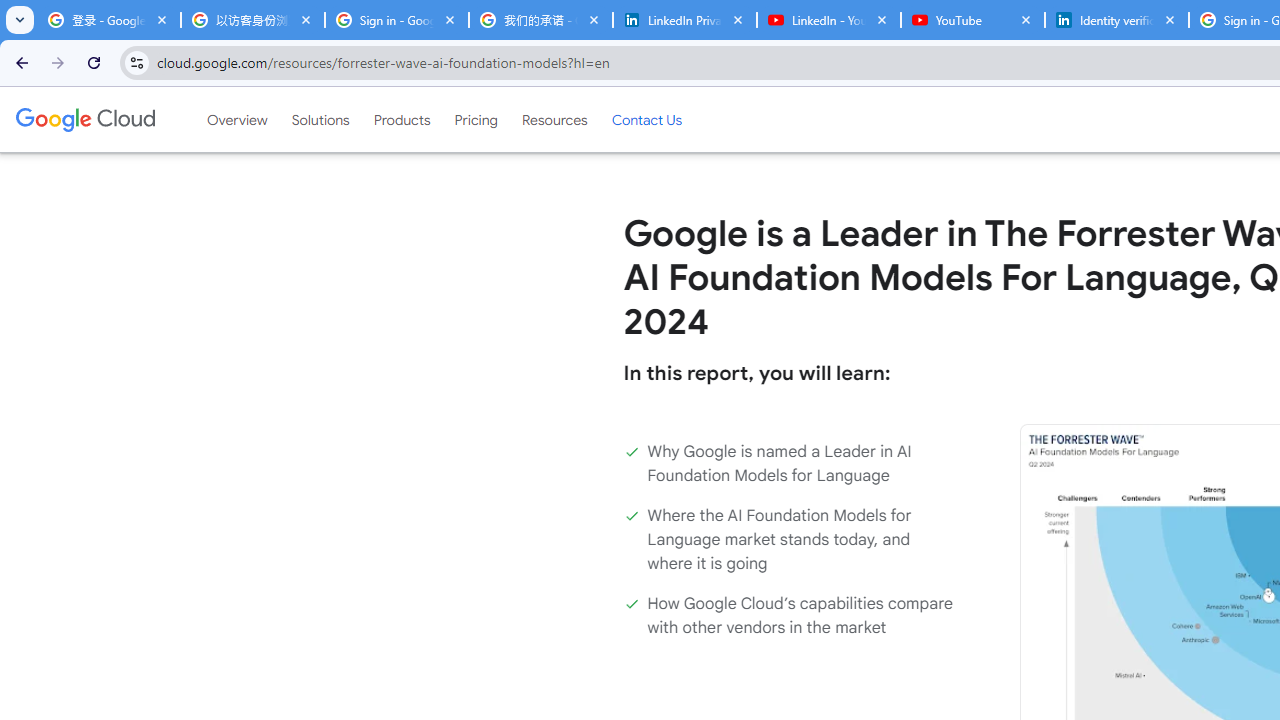  Describe the element at coordinates (320, 119) in the screenshot. I see `'Solutions'` at that location.